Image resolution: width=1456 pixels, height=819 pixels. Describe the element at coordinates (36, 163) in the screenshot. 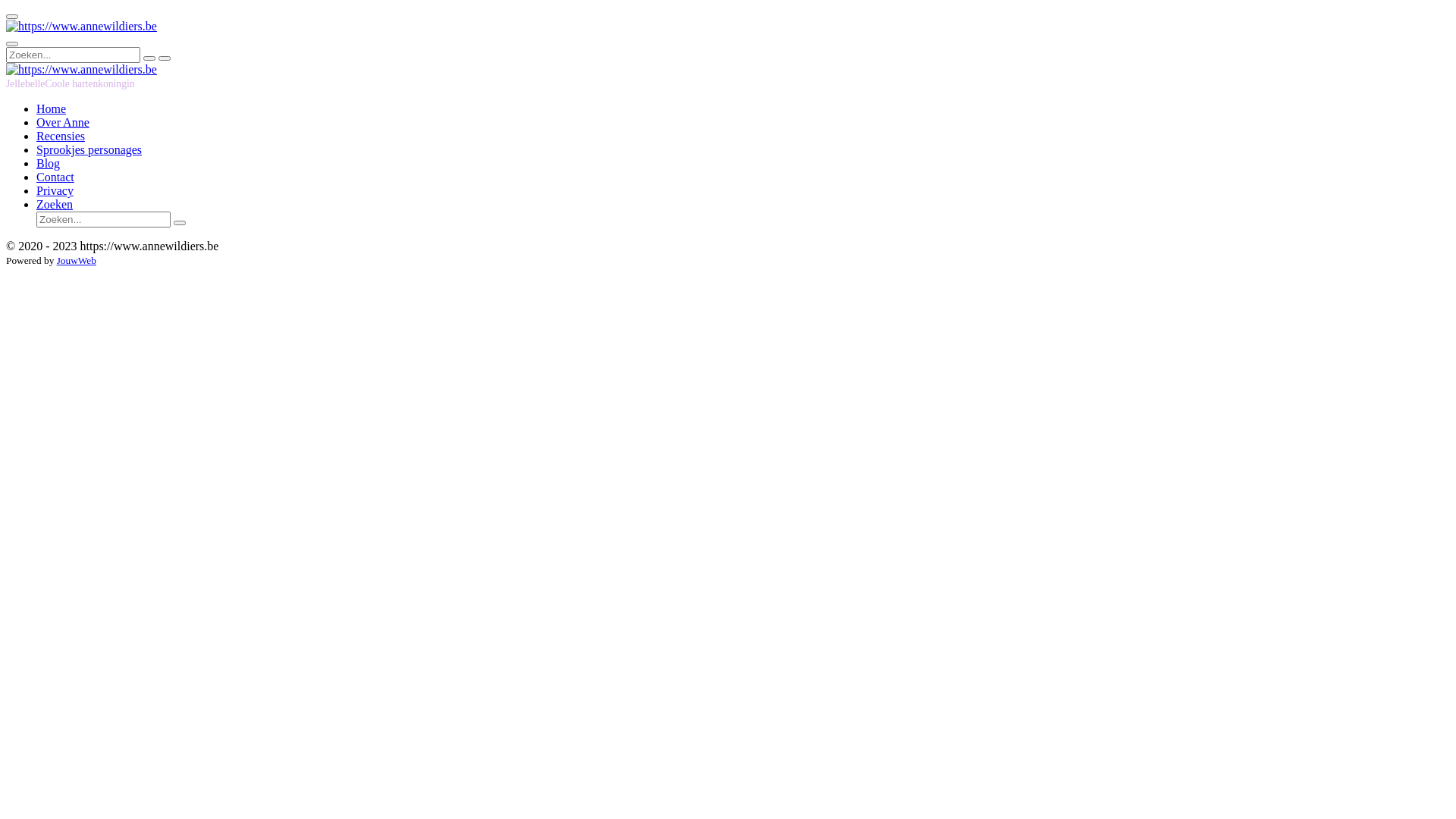

I see `'Blog'` at that location.